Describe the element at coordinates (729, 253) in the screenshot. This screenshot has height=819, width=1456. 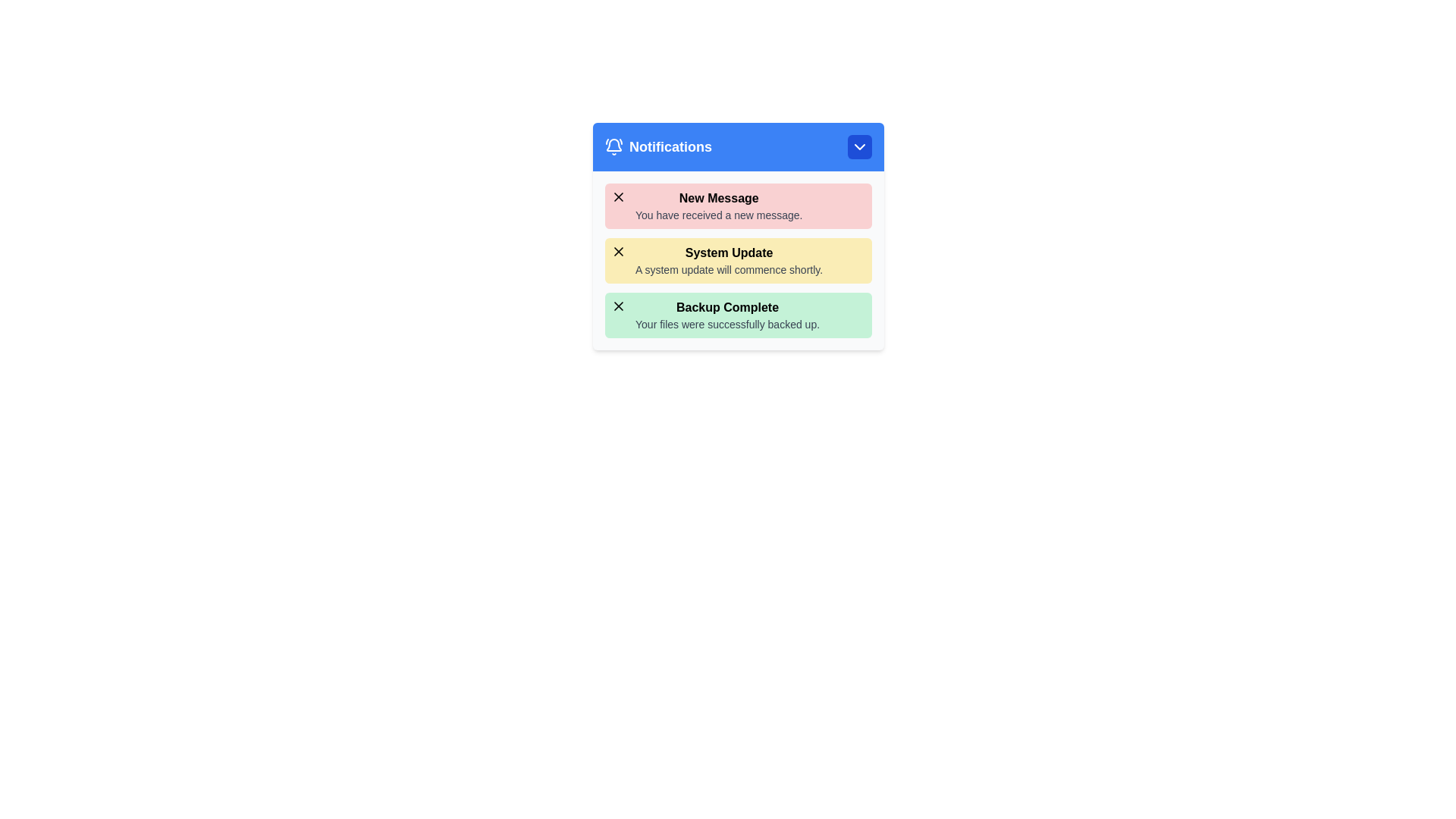
I see `the Text Label that serves as the title for the second notification indicating a system update, positioned between the 'New Message' and 'Backup Complete' cards` at that location.